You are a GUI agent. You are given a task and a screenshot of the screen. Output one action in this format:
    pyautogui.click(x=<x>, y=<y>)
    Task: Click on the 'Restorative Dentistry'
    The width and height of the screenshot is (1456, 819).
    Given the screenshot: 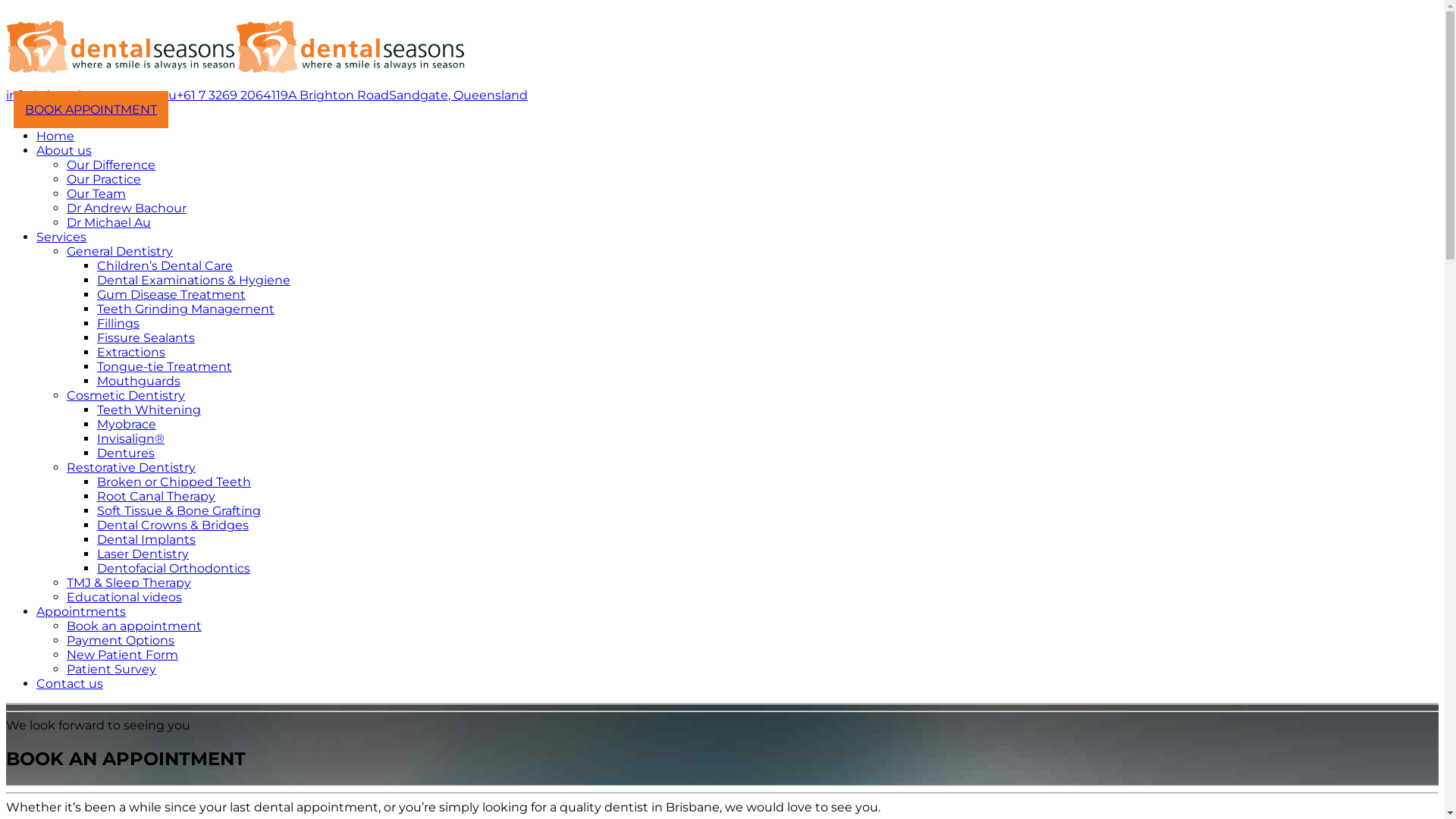 What is the action you would take?
    pyautogui.click(x=130, y=466)
    